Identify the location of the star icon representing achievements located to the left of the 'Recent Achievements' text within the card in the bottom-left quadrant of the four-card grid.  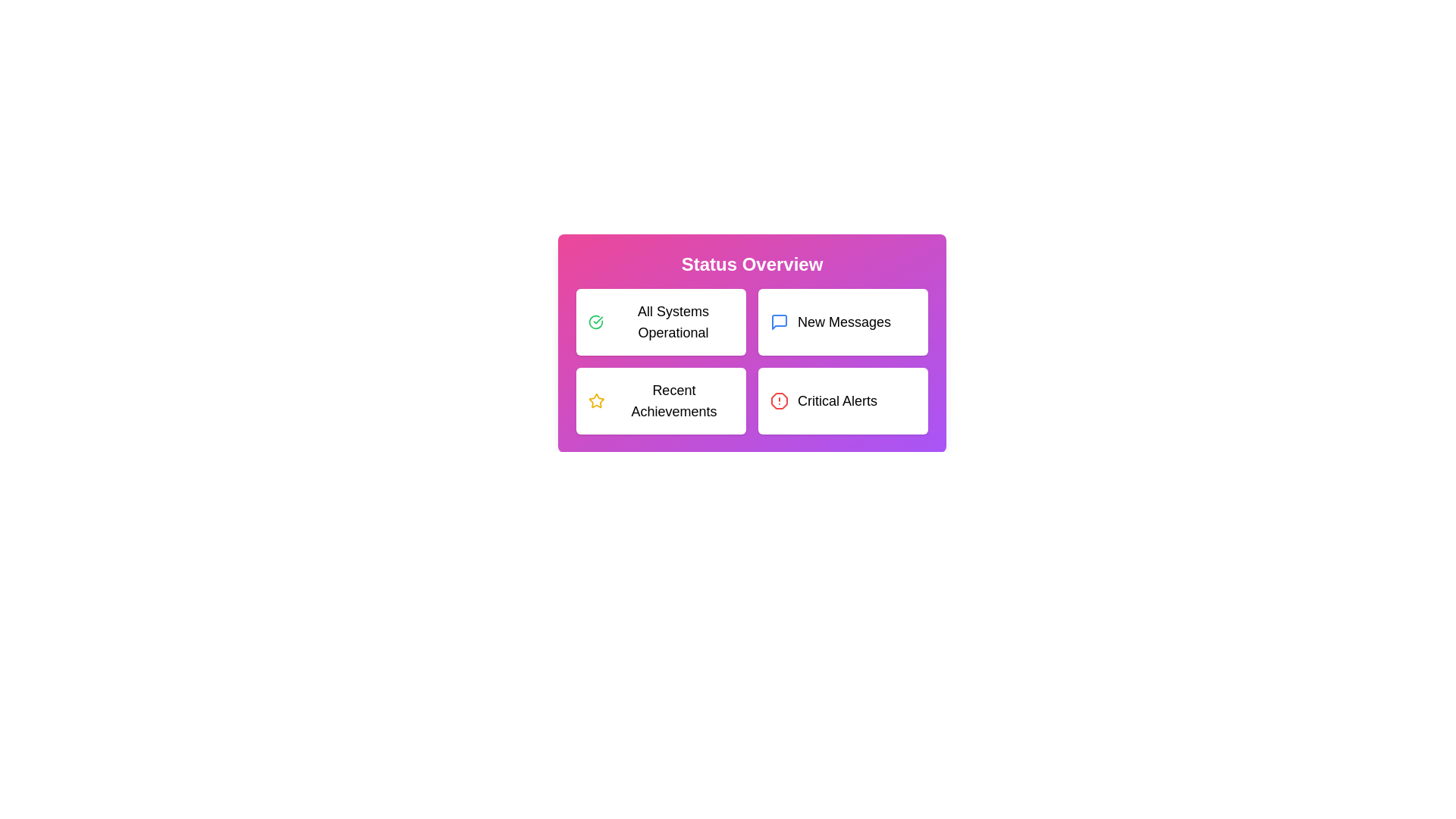
(595, 400).